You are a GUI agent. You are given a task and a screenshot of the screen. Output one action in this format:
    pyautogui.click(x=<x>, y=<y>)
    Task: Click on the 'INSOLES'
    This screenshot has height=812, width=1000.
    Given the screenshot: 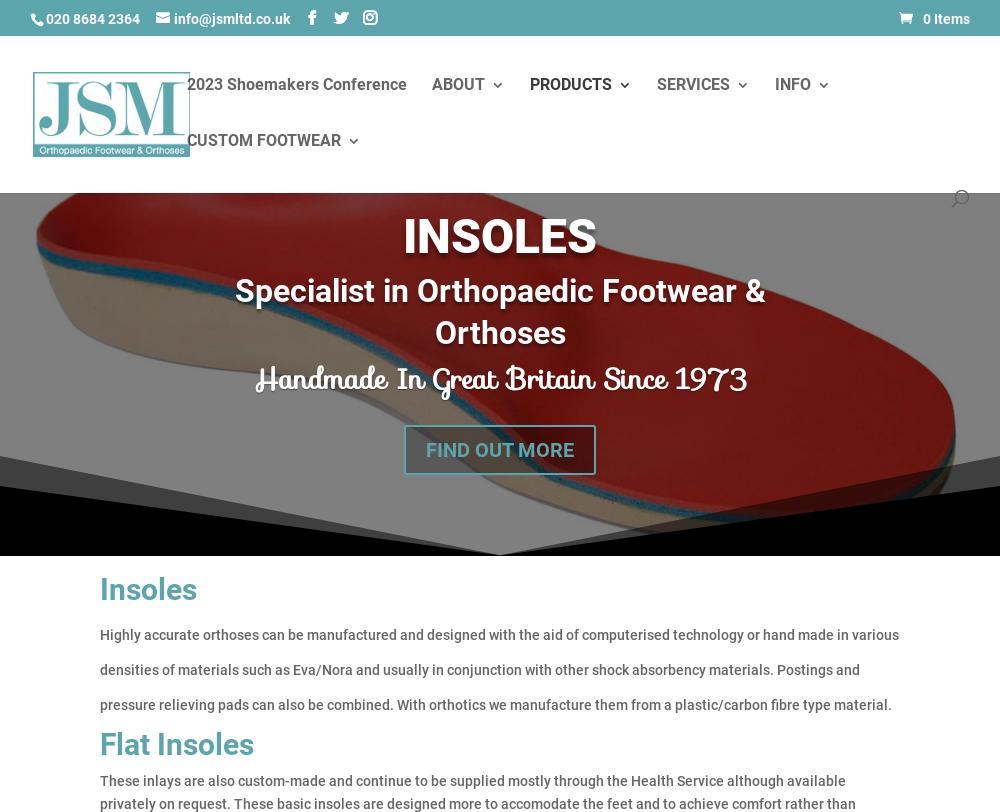 What is the action you would take?
    pyautogui.click(x=500, y=235)
    